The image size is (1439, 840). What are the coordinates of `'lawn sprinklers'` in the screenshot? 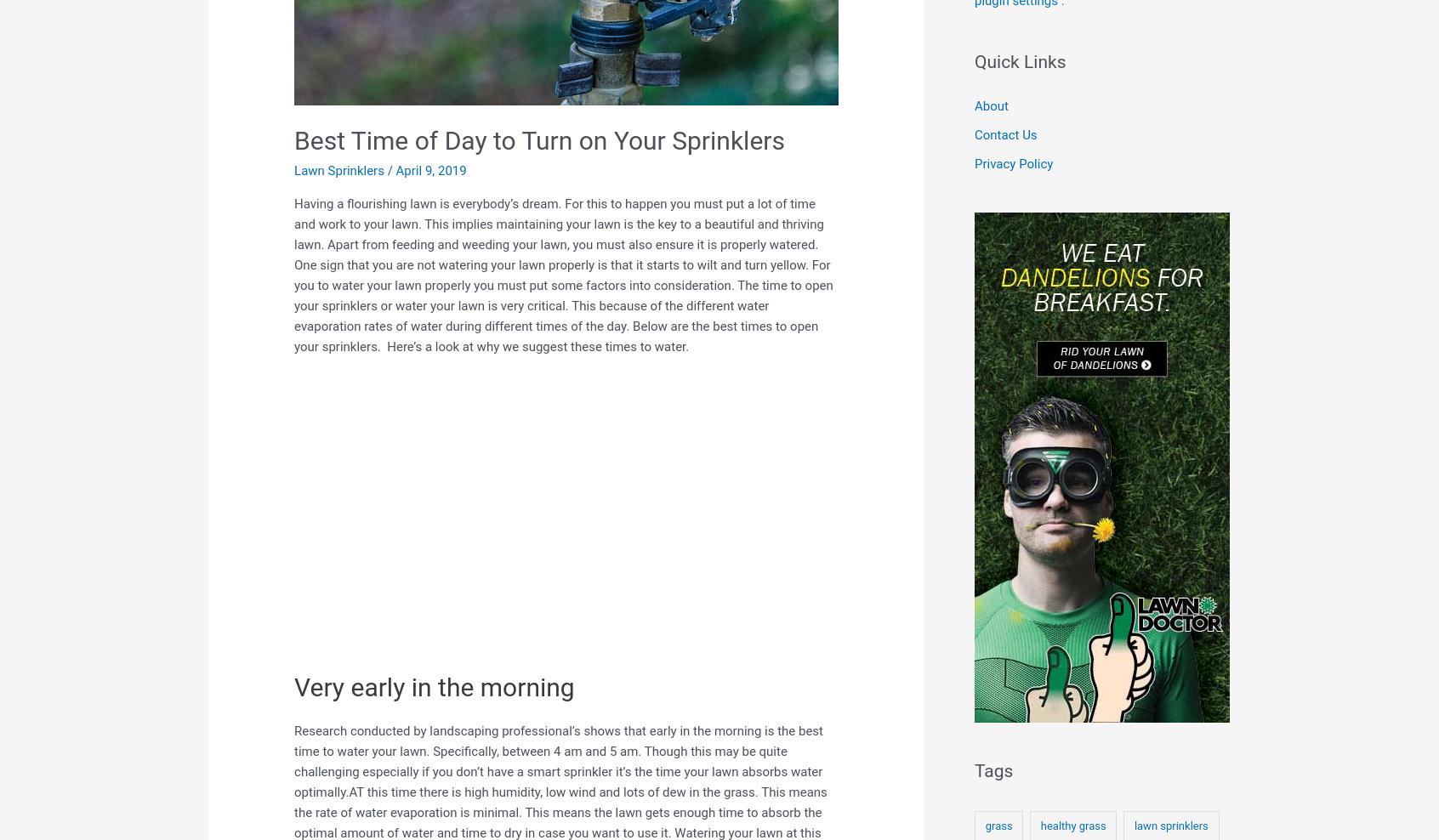 It's located at (1170, 825).